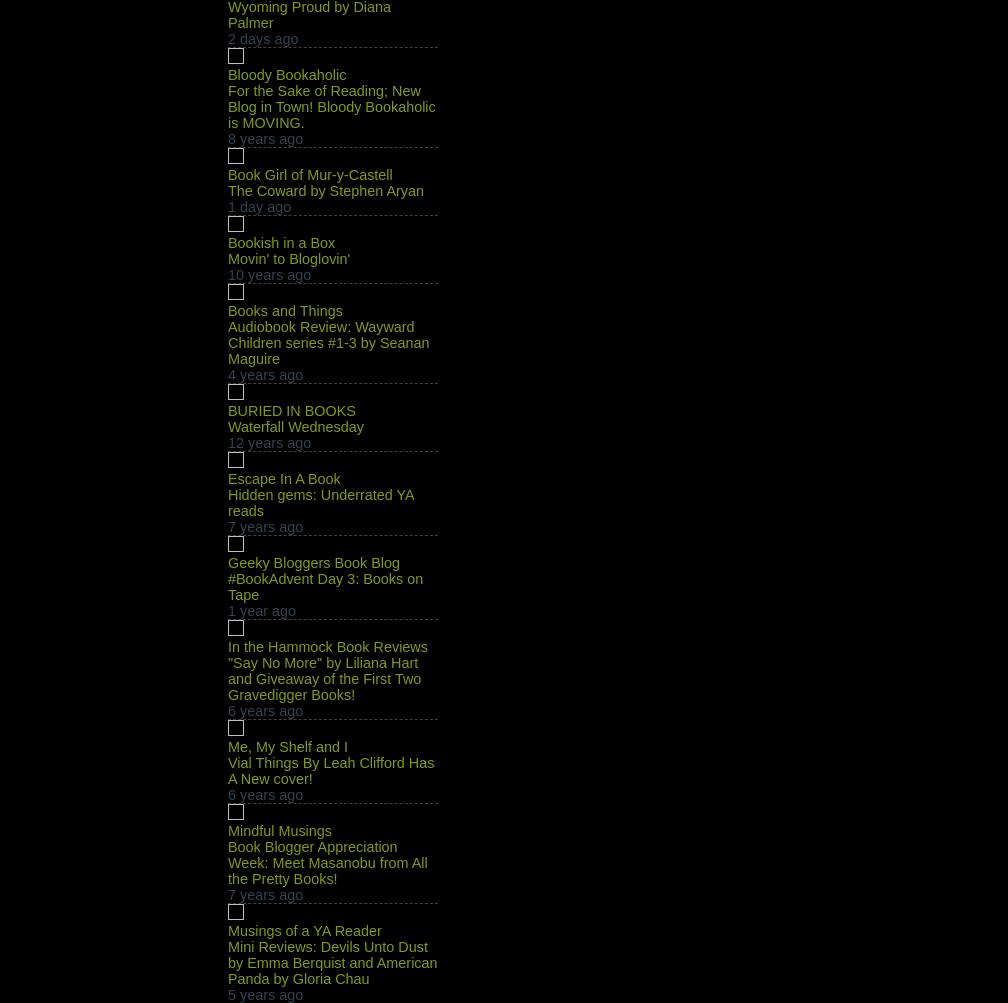 Image resolution: width=1008 pixels, height=1003 pixels. Describe the element at coordinates (286, 75) in the screenshot. I see `'Bloody Bookaholic'` at that location.